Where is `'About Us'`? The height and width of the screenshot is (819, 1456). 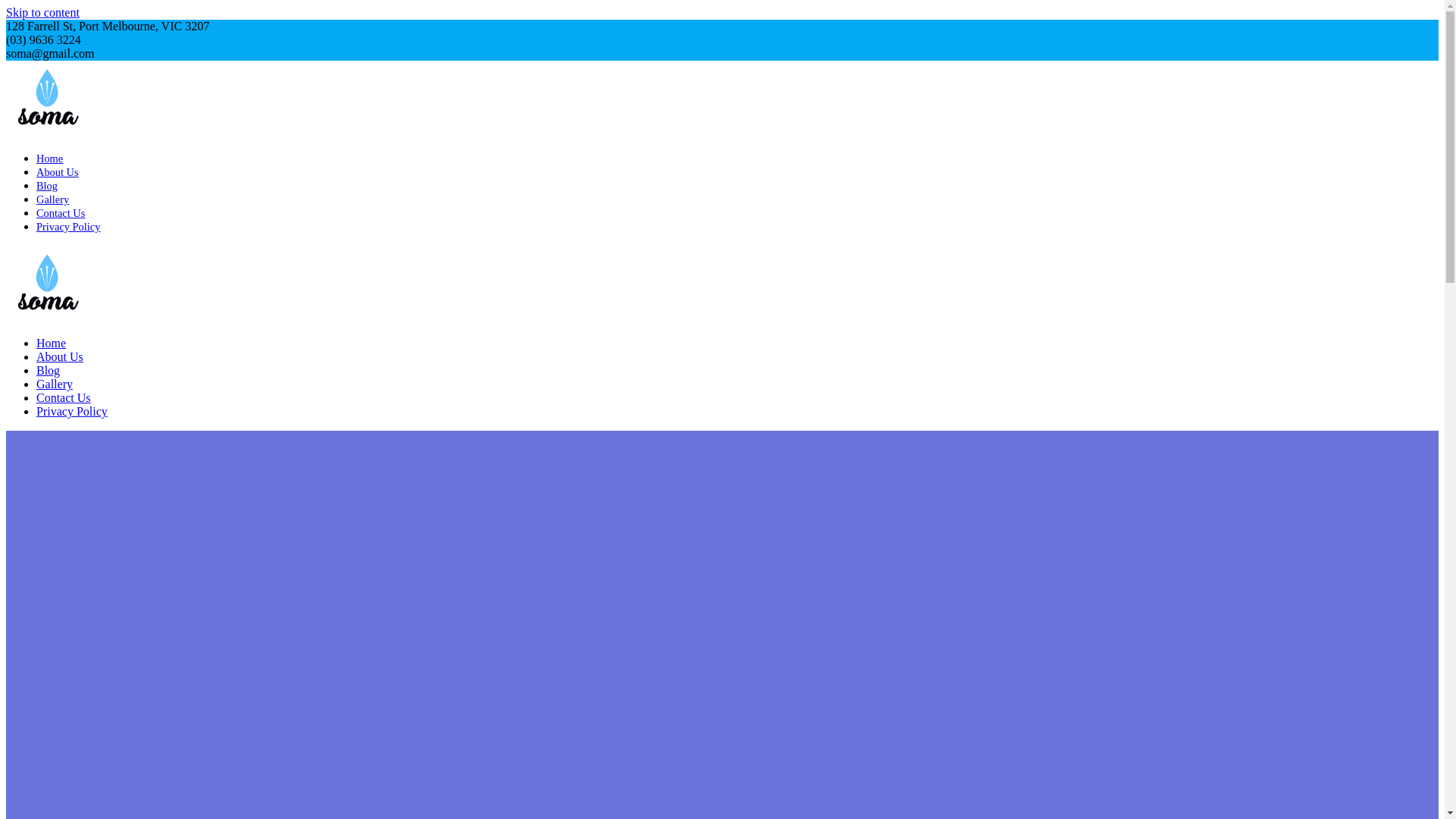 'About Us' is located at coordinates (36, 171).